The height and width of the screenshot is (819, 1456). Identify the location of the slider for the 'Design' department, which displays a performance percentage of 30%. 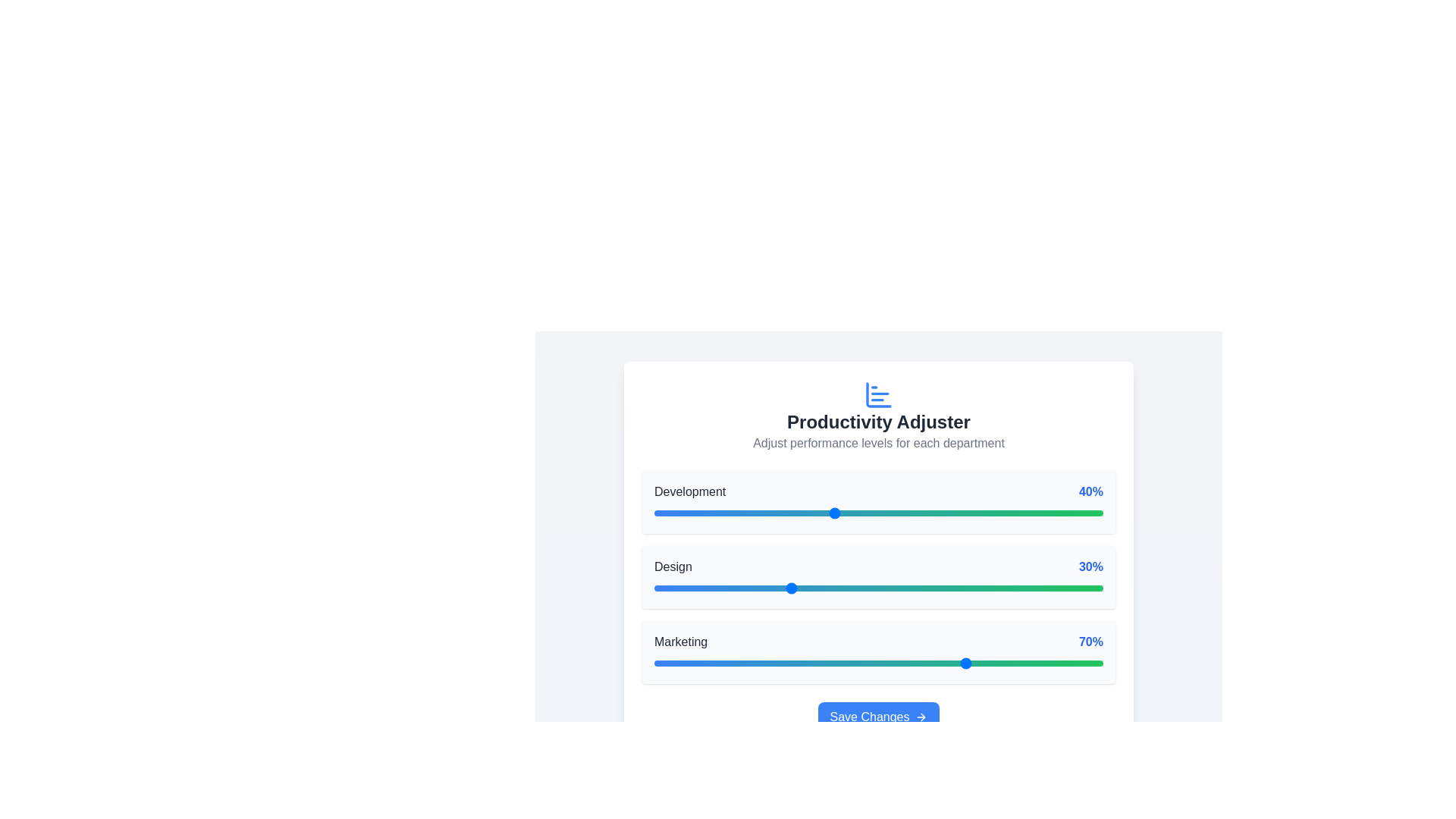
(878, 577).